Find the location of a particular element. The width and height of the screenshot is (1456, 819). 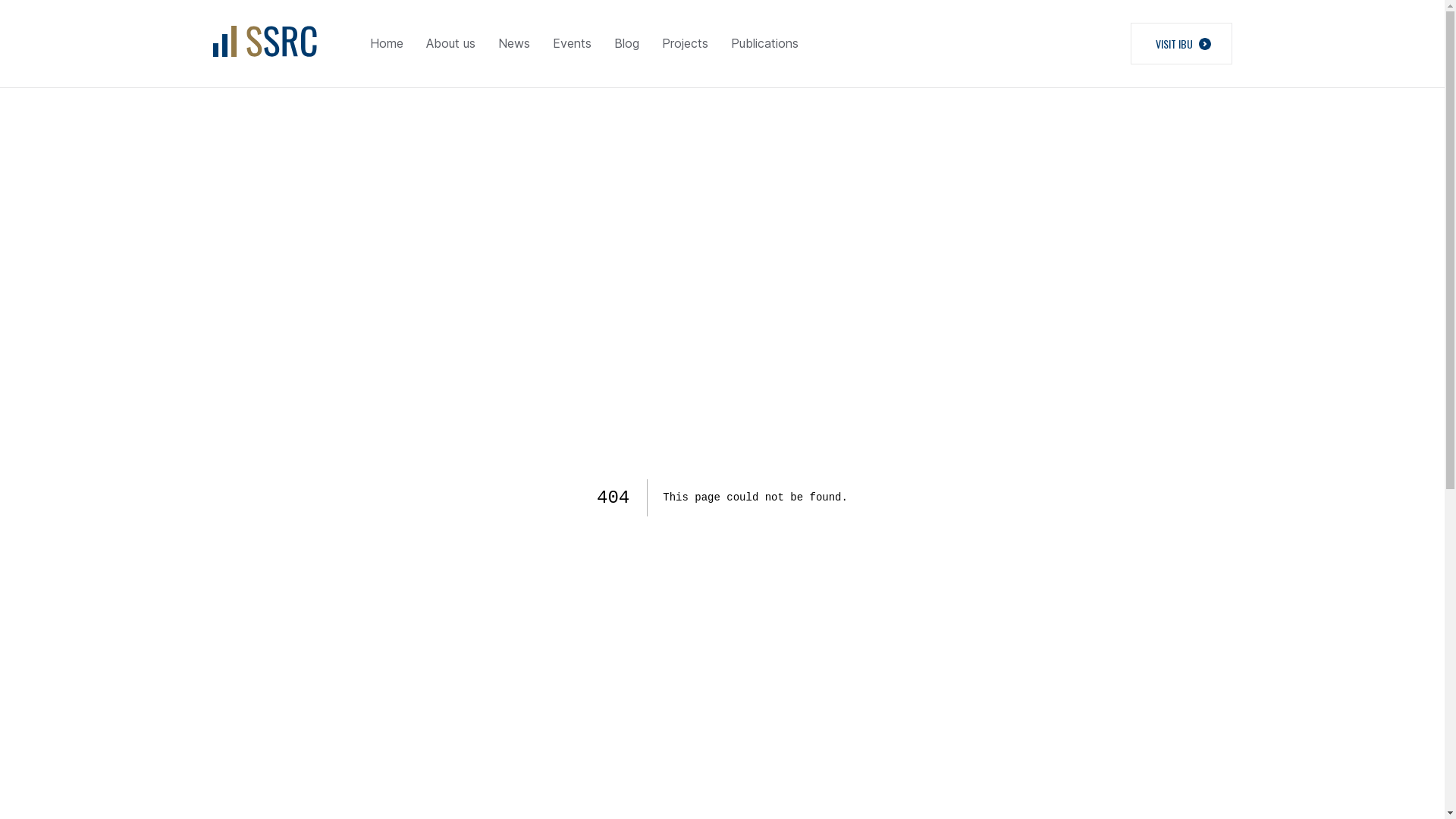

'About us' is located at coordinates (450, 42).